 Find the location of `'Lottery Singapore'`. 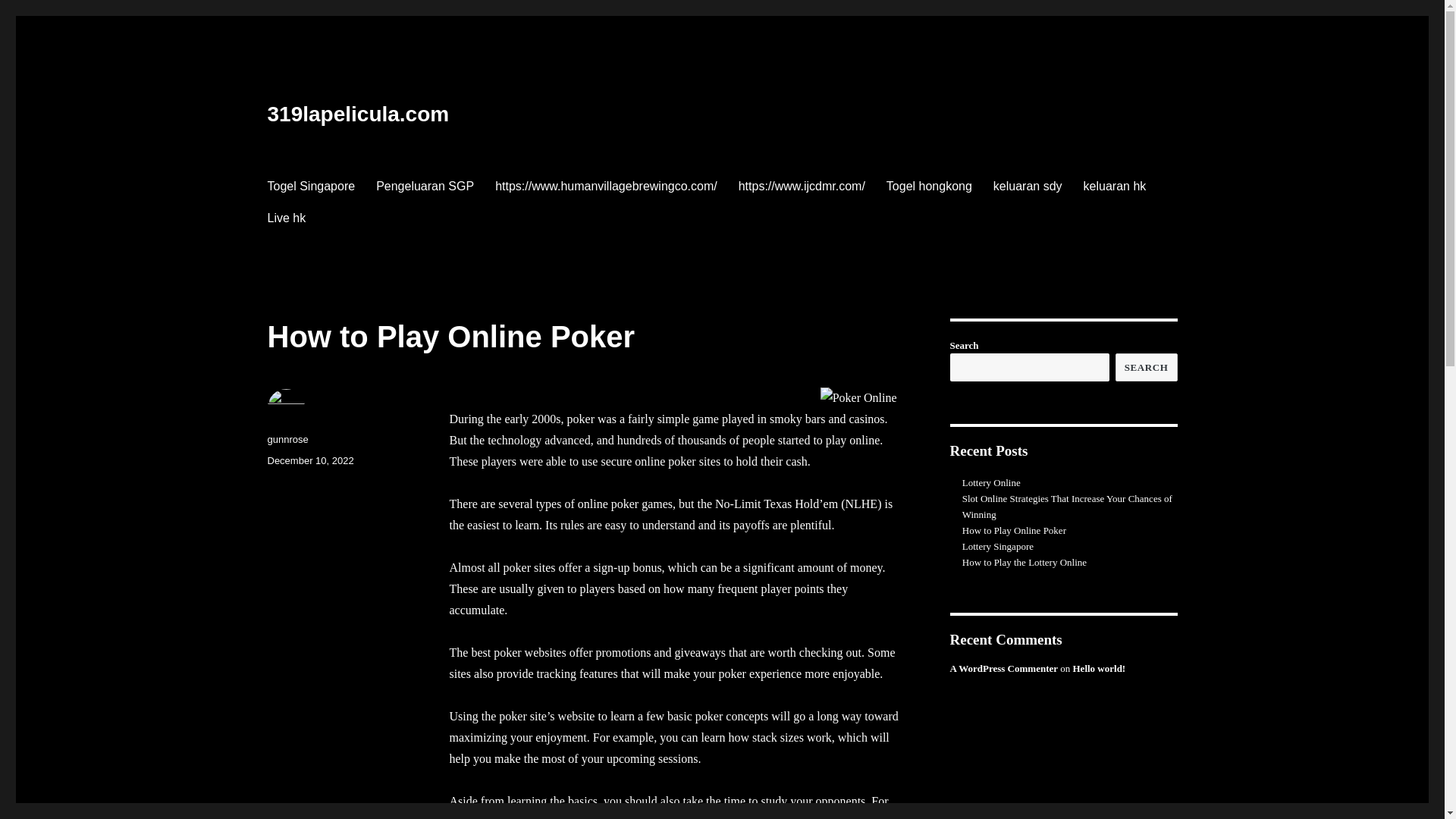

'Lottery Singapore' is located at coordinates (997, 546).